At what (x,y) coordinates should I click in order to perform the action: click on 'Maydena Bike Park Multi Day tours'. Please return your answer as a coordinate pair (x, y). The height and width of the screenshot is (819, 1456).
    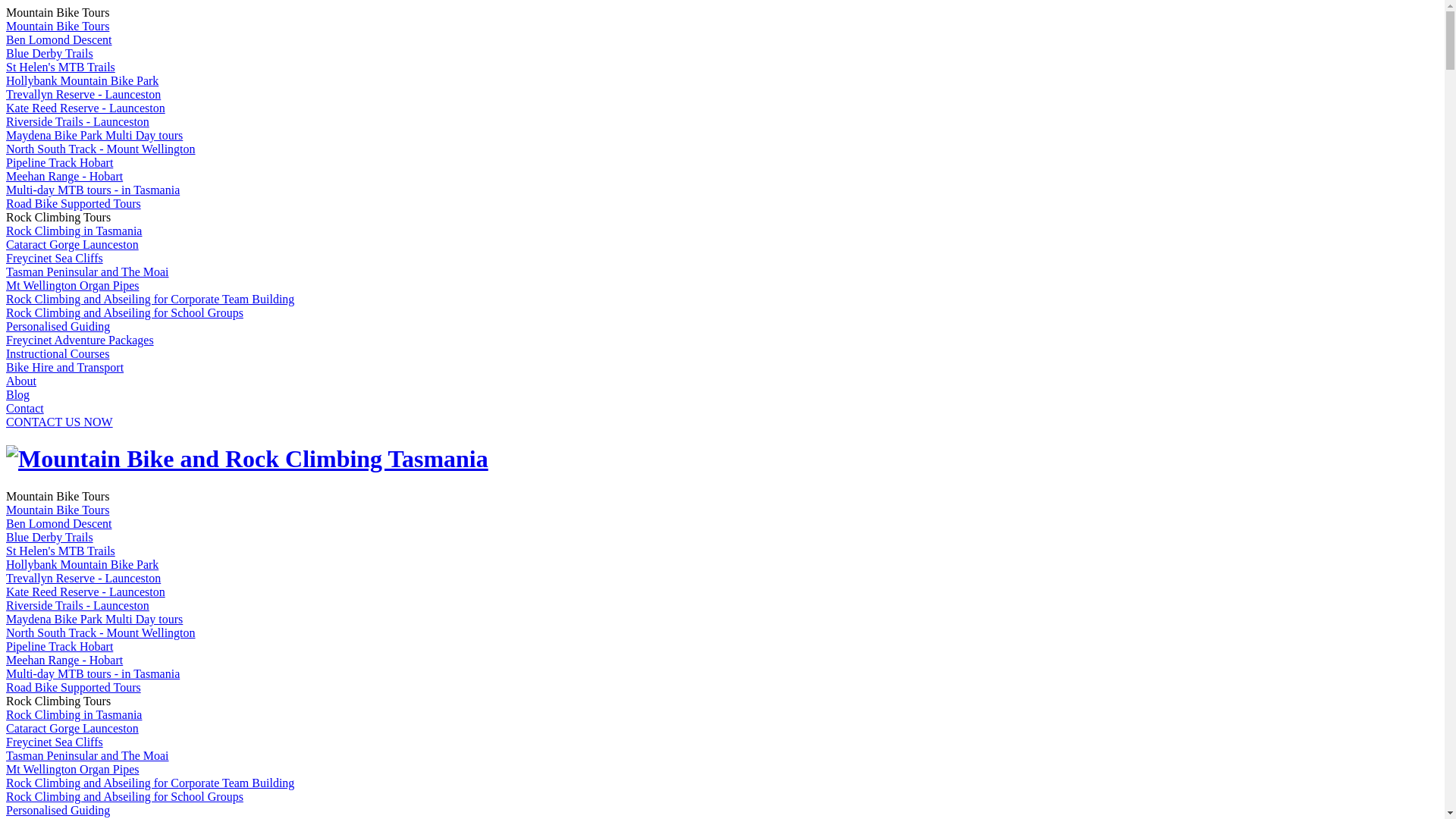
    Looking at the image, I should click on (93, 134).